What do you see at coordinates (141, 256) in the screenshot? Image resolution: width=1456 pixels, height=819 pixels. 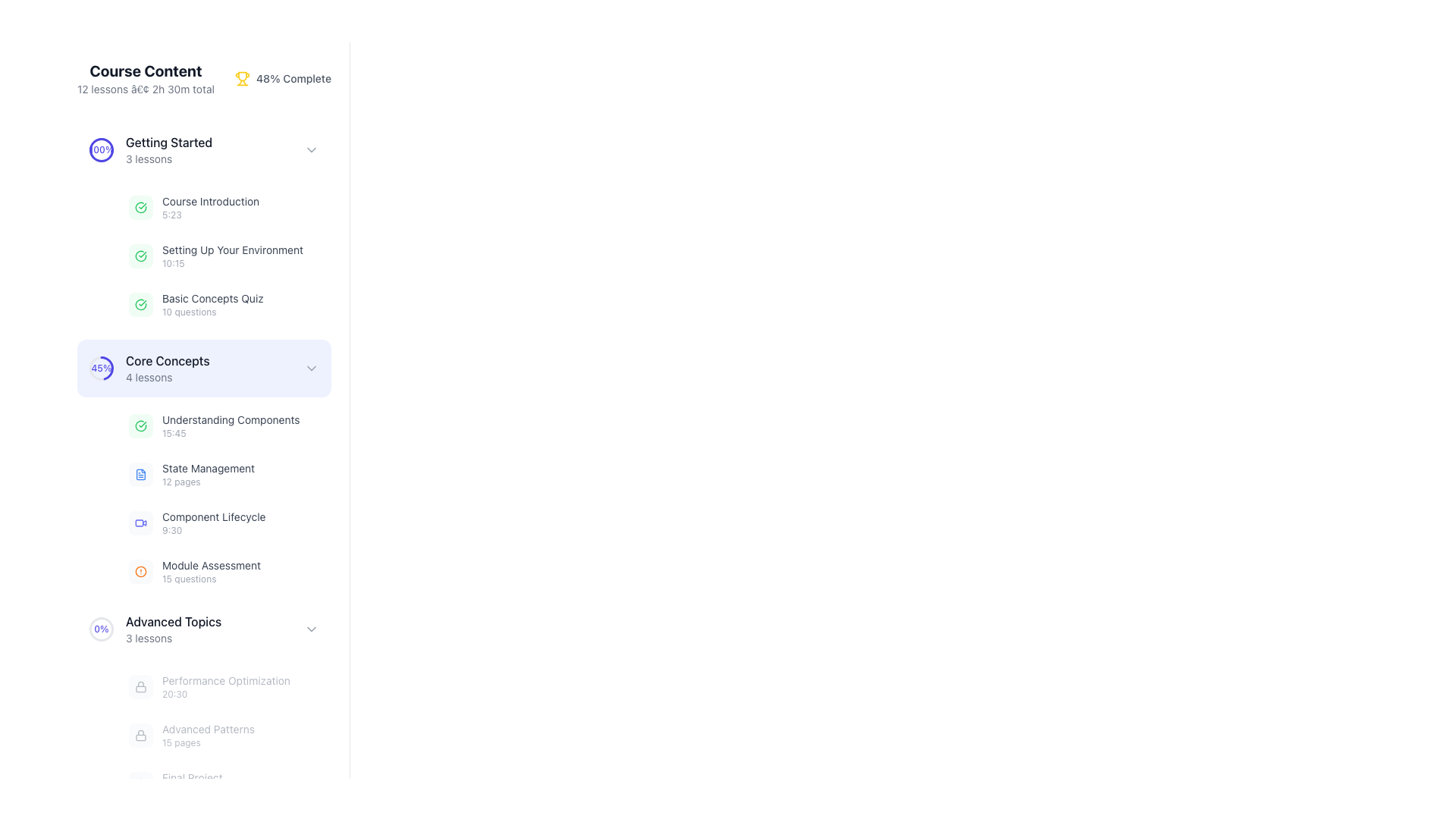 I see `the leftmost icon in the 'Setting Up Your Environment' entry under the 'Getting Started' section, which indicates the completion status of this lesson` at bounding box center [141, 256].